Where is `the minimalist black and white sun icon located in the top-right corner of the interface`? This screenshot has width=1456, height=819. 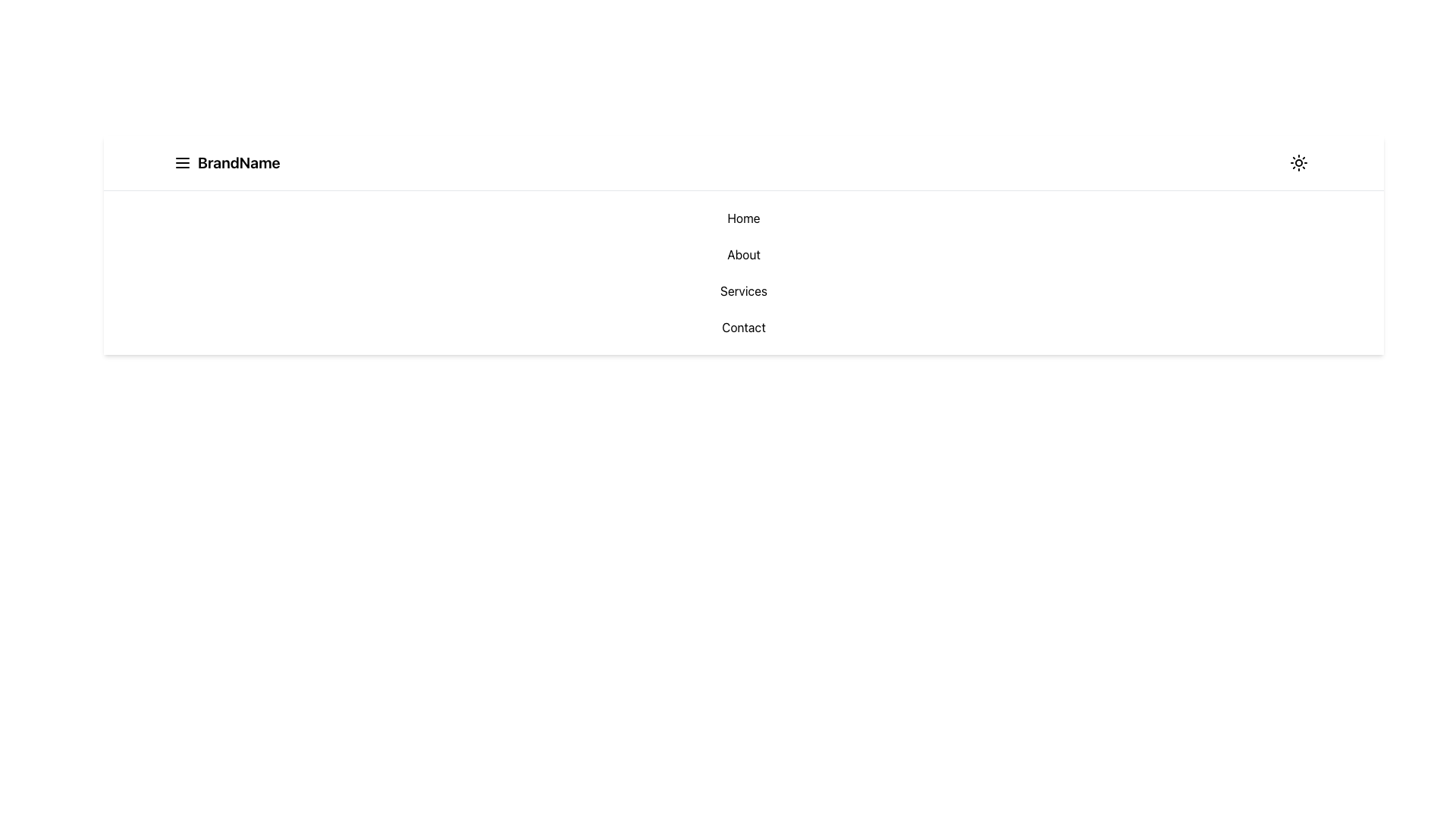
the minimalist black and white sun icon located in the top-right corner of the interface is located at coordinates (1298, 163).